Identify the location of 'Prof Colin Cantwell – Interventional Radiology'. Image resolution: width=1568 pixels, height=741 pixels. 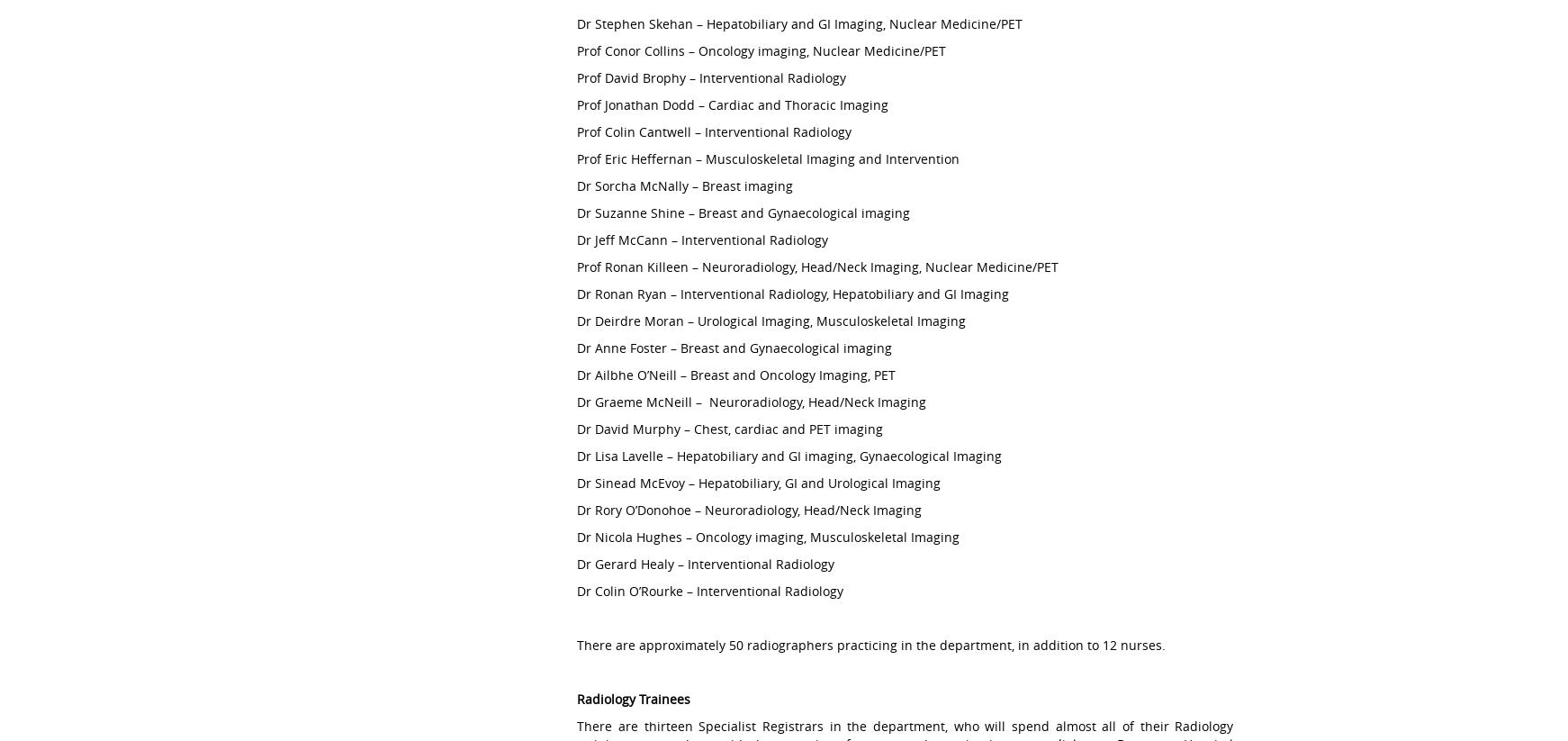
(714, 131).